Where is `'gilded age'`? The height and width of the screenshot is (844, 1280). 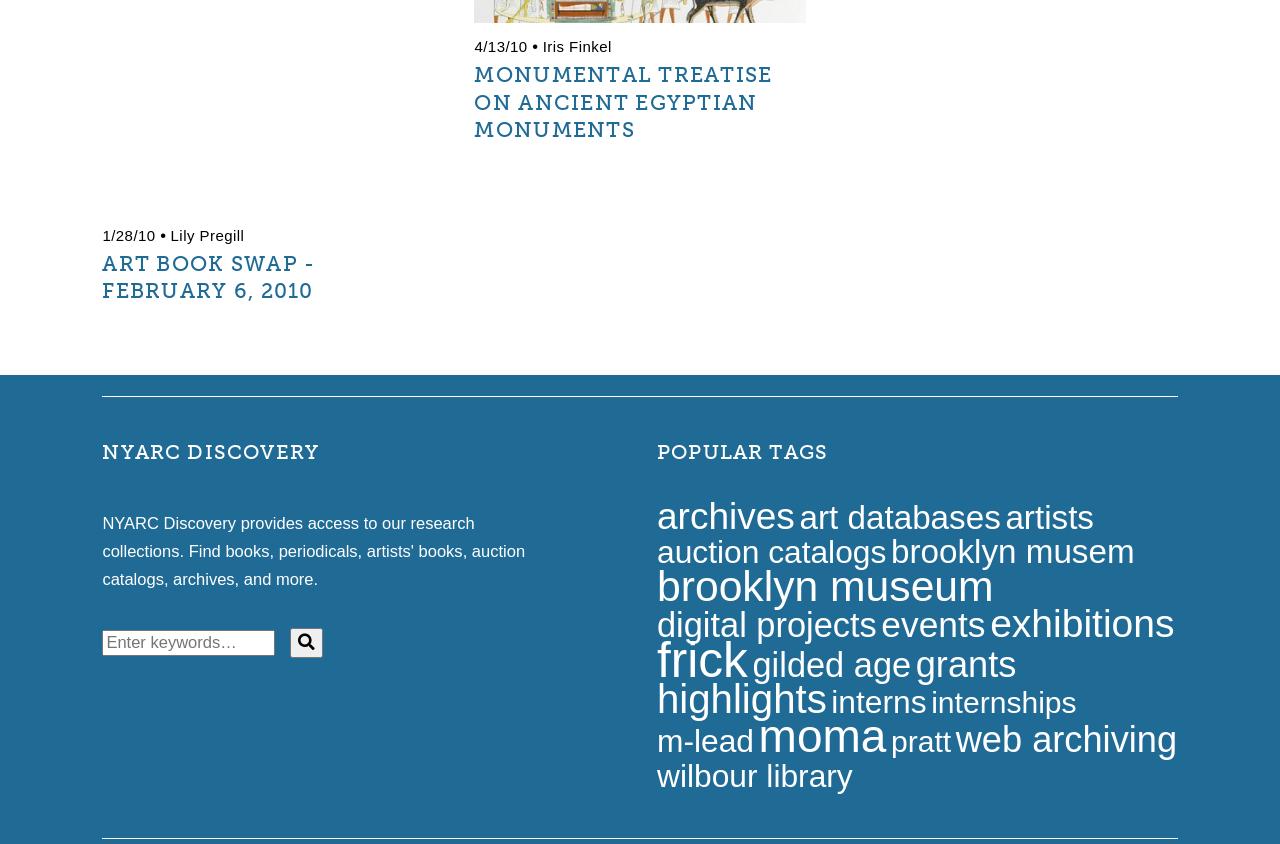 'gilded age' is located at coordinates (831, 663).